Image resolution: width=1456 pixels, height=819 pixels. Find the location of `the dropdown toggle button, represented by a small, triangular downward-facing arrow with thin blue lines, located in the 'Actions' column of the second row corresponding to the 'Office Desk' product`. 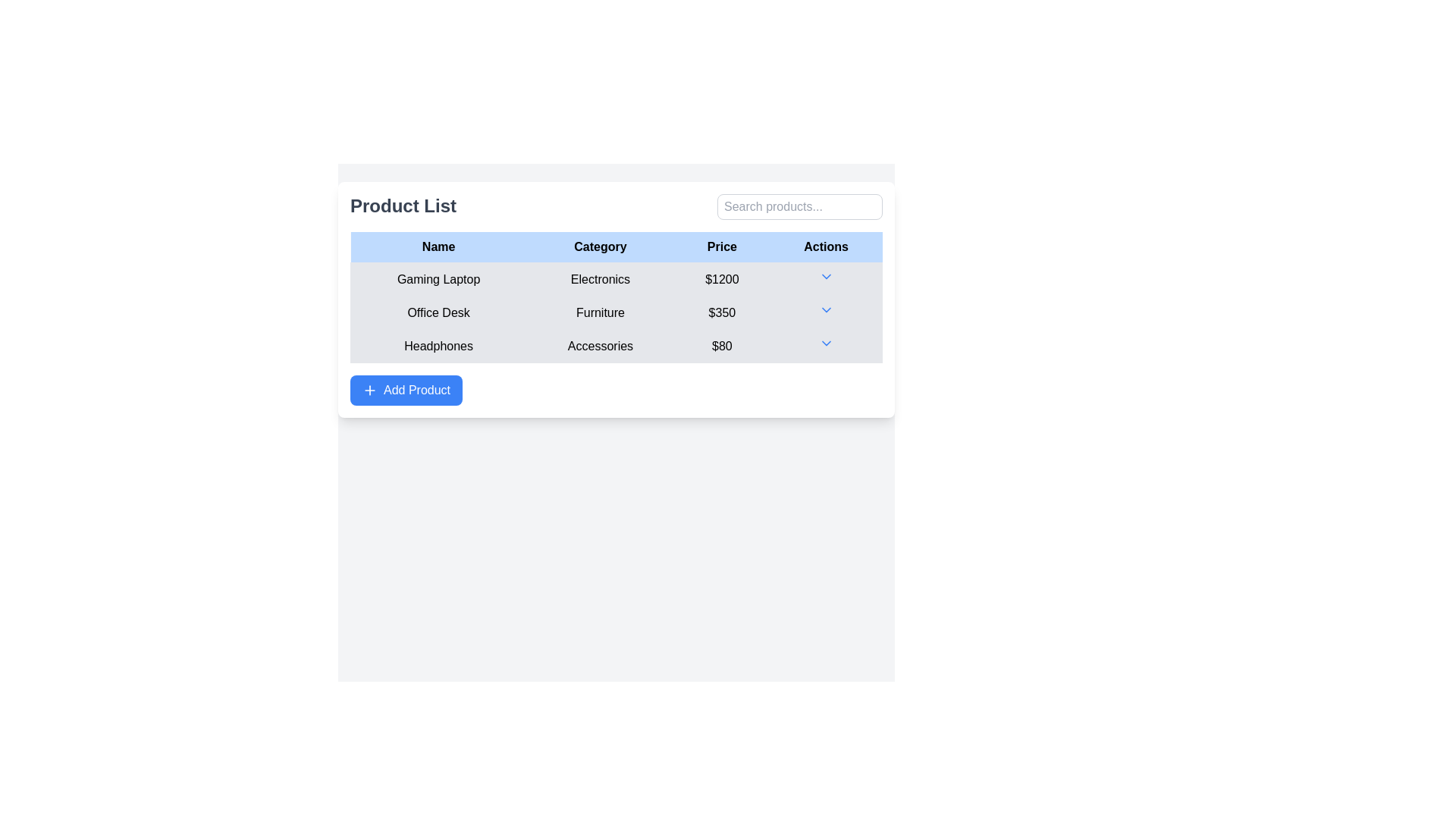

the dropdown toggle button, represented by a small, triangular downward-facing arrow with thin blue lines, located in the 'Actions' column of the second row corresponding to the 'Office Desk' product is located at coordinates (825, 312).